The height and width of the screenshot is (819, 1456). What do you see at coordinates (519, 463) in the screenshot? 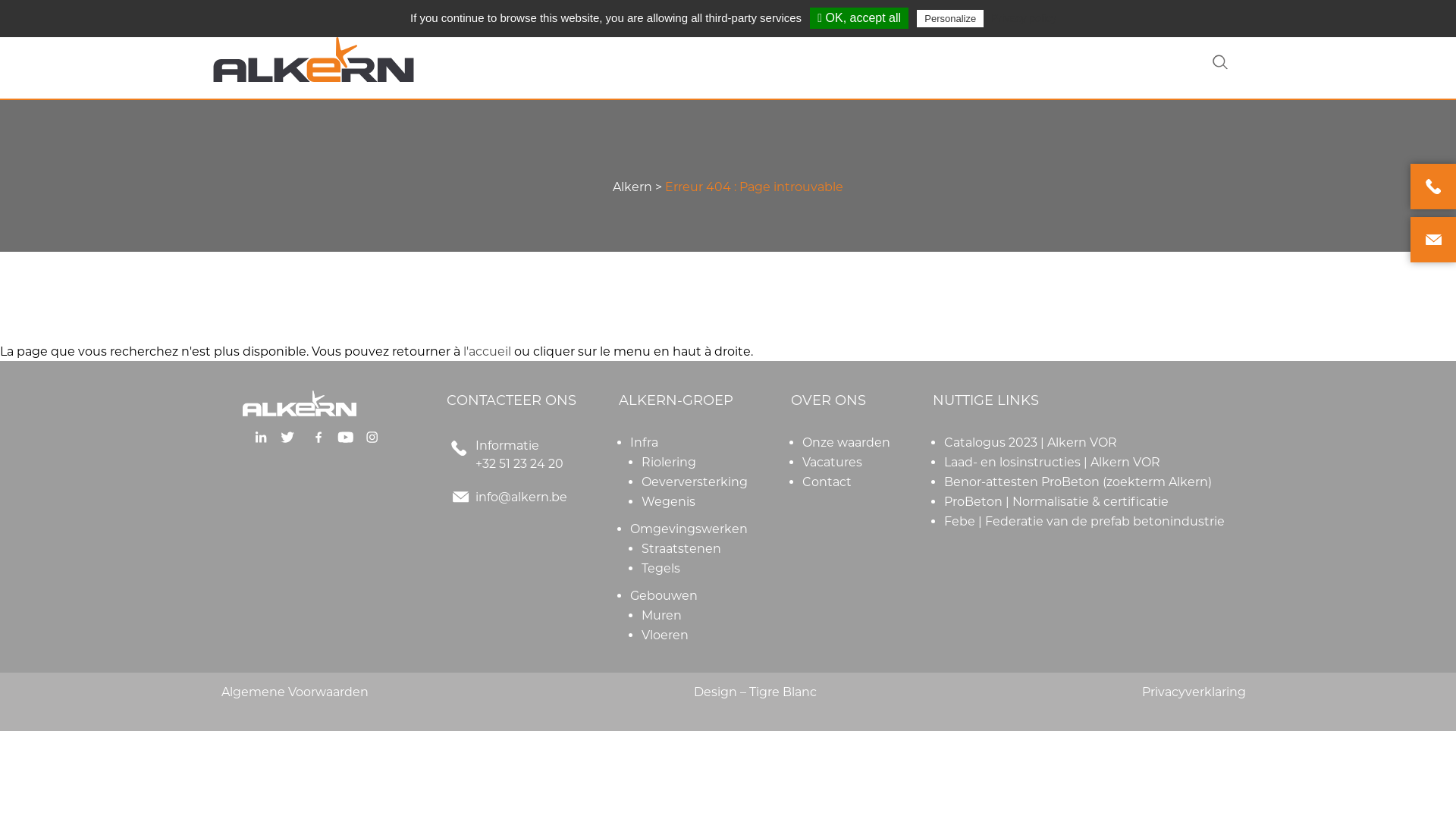
I see `'+32 51 23 24 20'` at bounding box center [519, 463].